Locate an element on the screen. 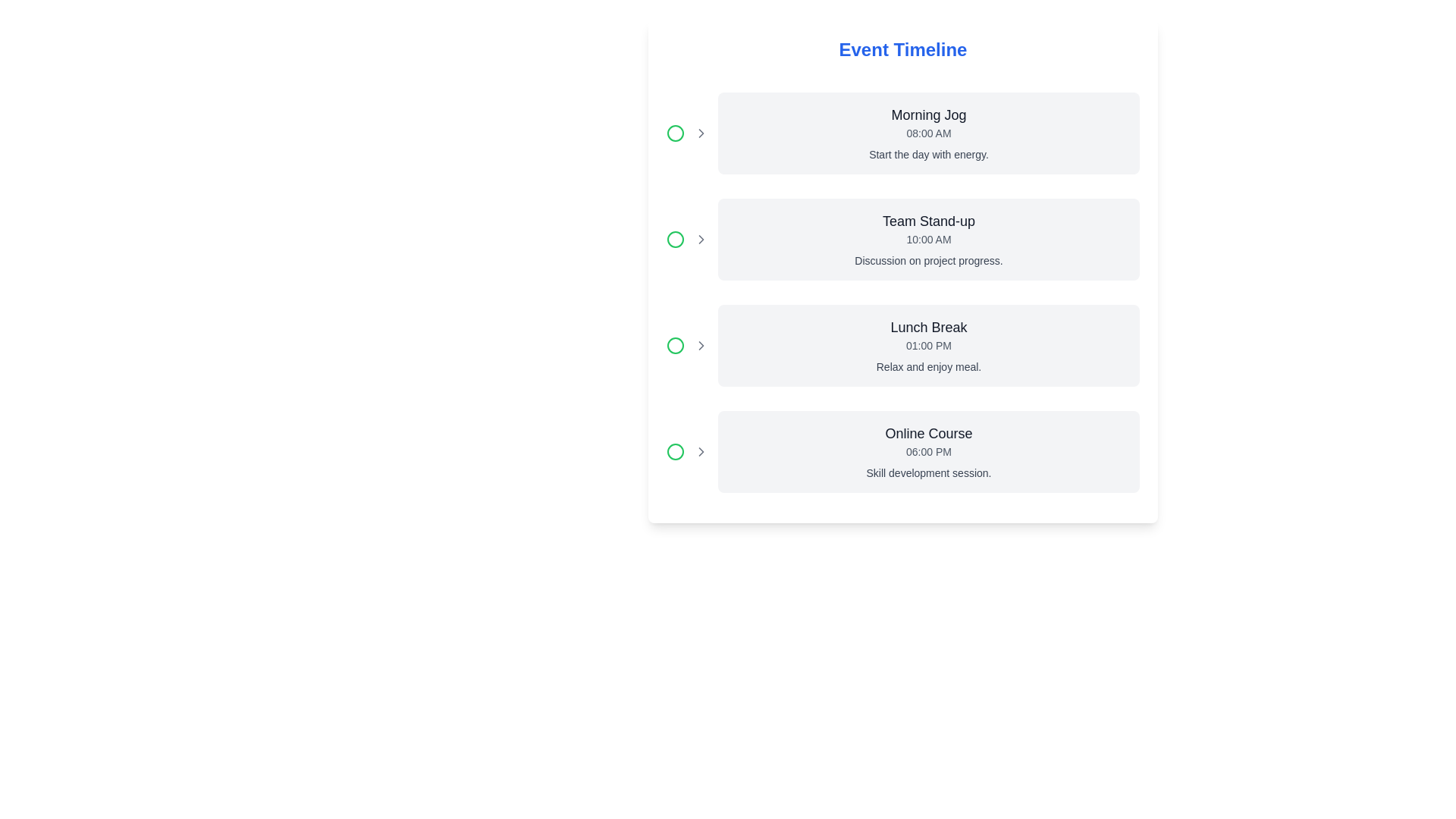 Image resolution: width=1456 pixels, height=819 pixels. the informational card element that displays 'Lunch Break', which is located centrally in a list of event cards is located at coordinates (927, 345).